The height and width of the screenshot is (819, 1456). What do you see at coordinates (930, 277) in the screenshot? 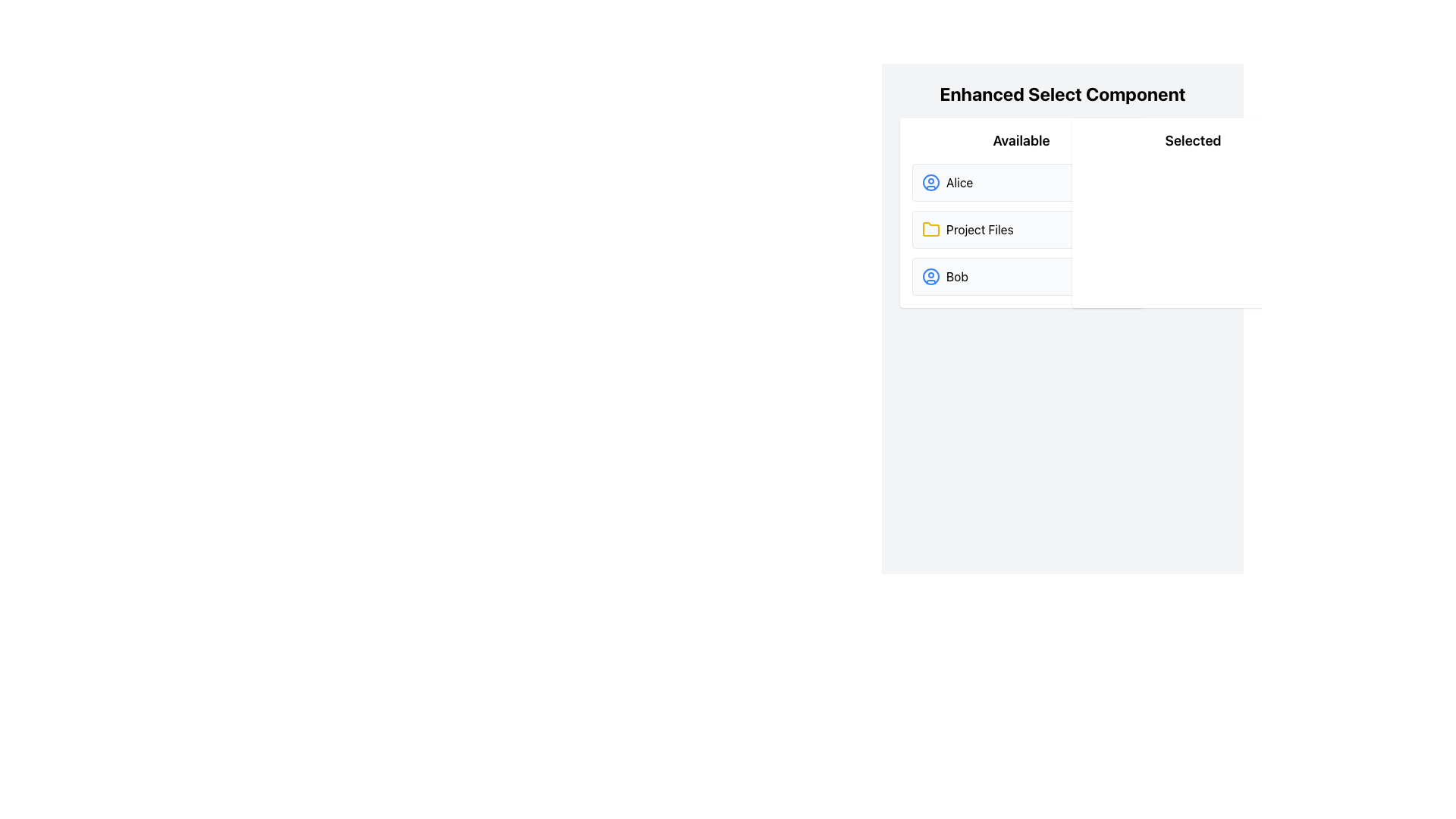
I see `the user 'Bob' icon in the 'Available' list section, positioned as the leftmost element in the row` at bounding box center [930, 277].